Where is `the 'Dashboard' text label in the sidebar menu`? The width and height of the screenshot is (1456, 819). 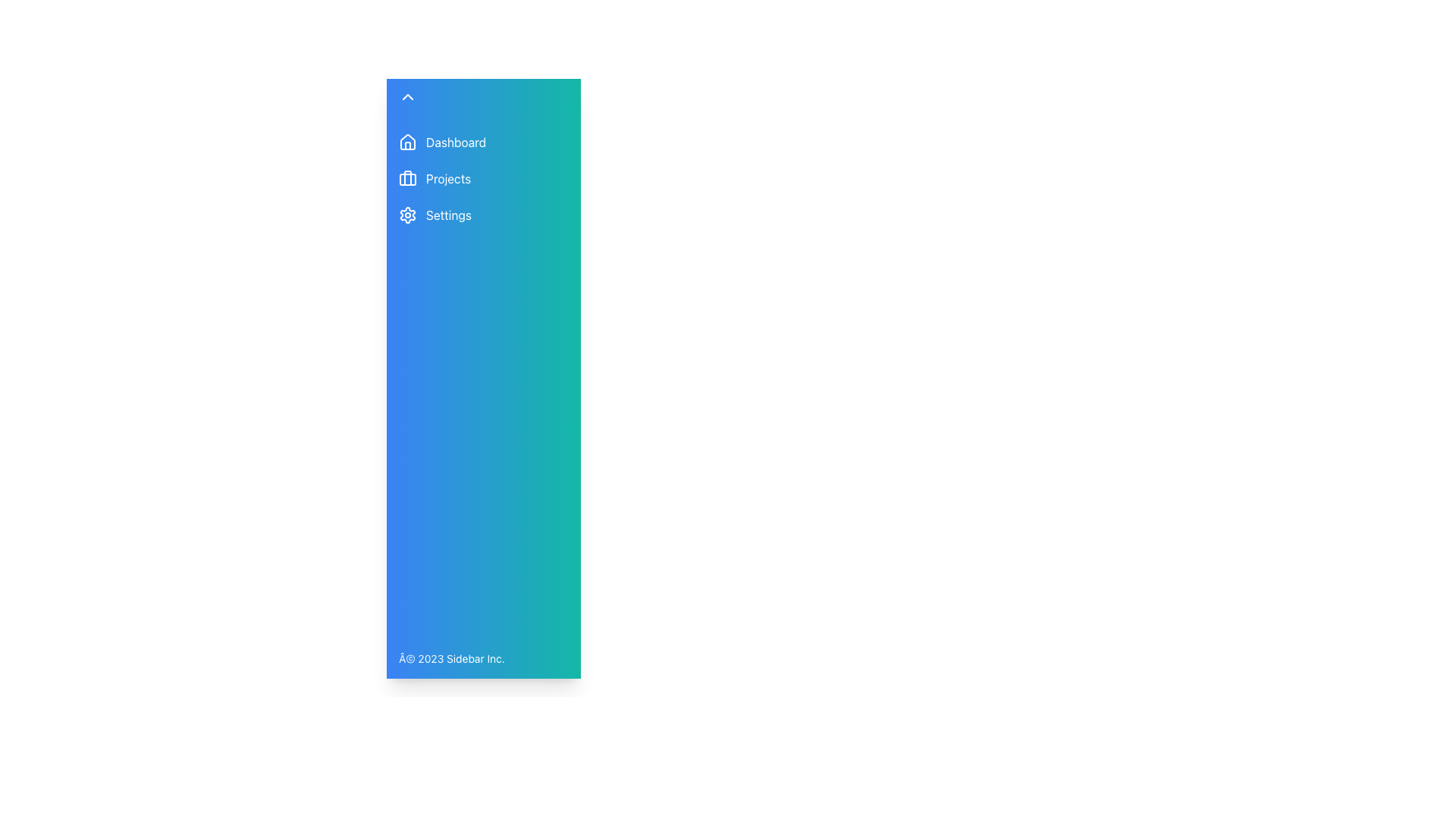
the 'Dashboard' text label in the sidebar menu is located at coordinates (455, 143).